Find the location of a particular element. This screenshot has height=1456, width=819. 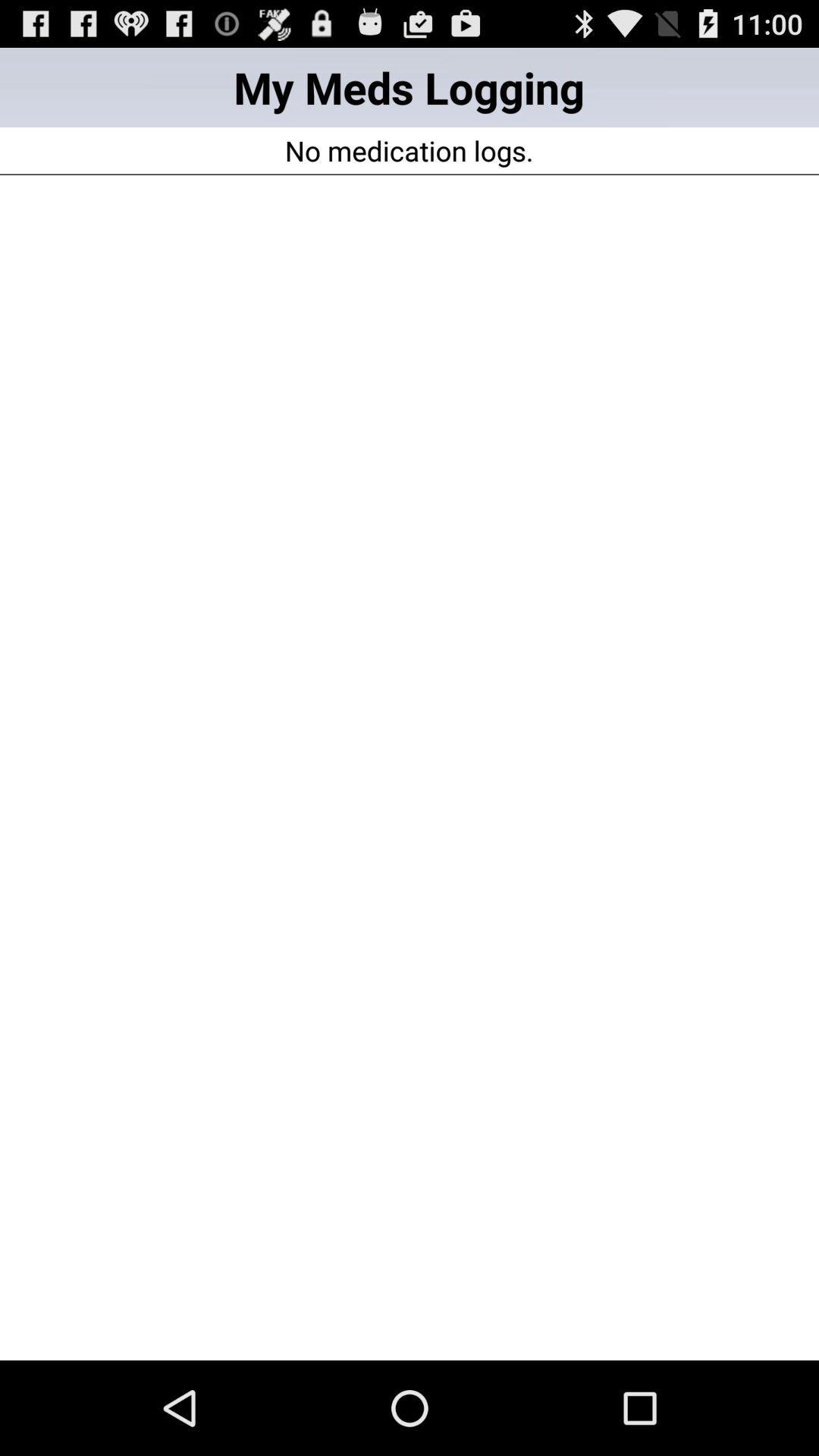

no medication logs. item is located at coordinates (408, 150).